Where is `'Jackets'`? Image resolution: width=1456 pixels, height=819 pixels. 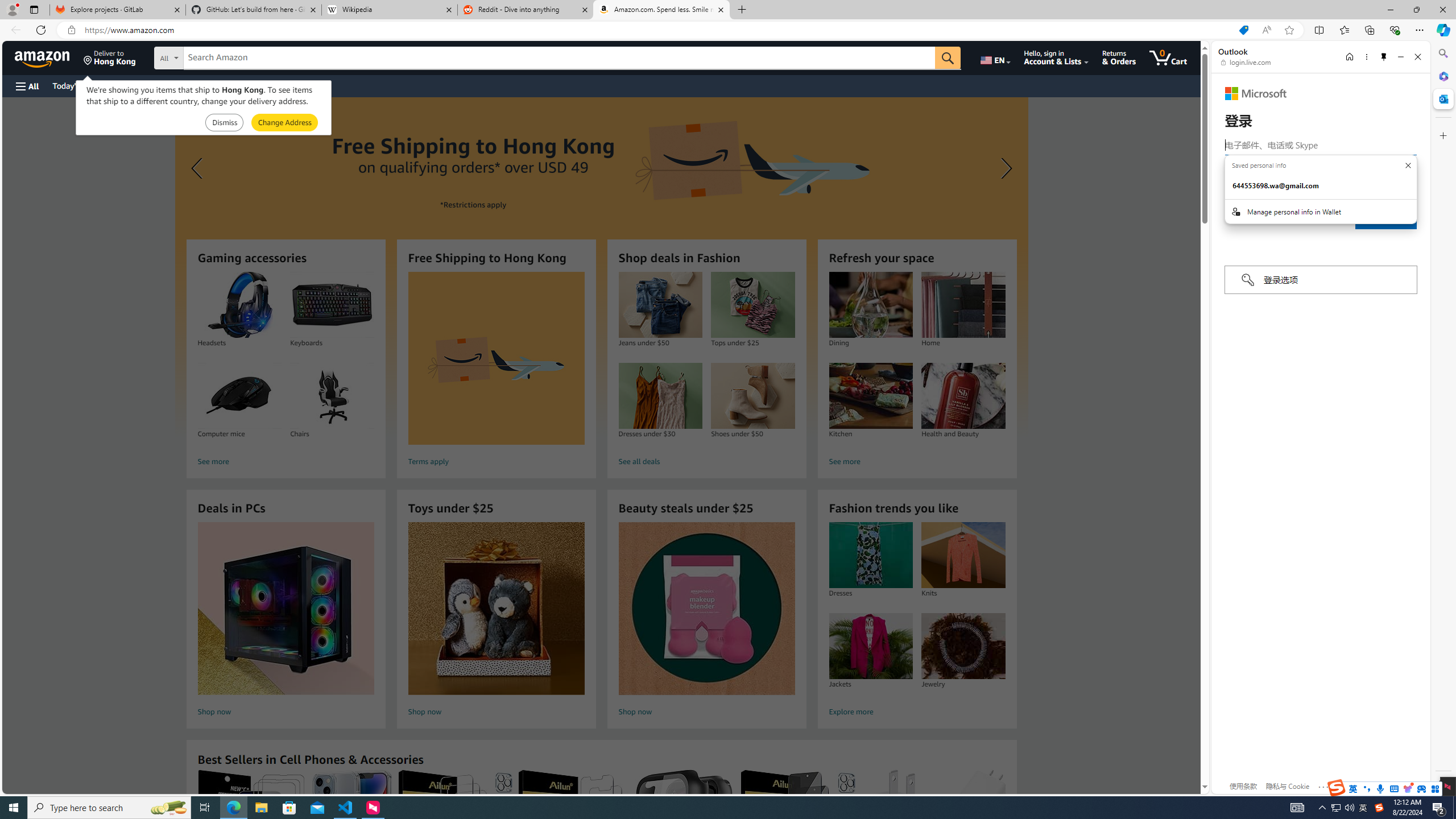 'Jackets' is located at coordinates (870, 646).